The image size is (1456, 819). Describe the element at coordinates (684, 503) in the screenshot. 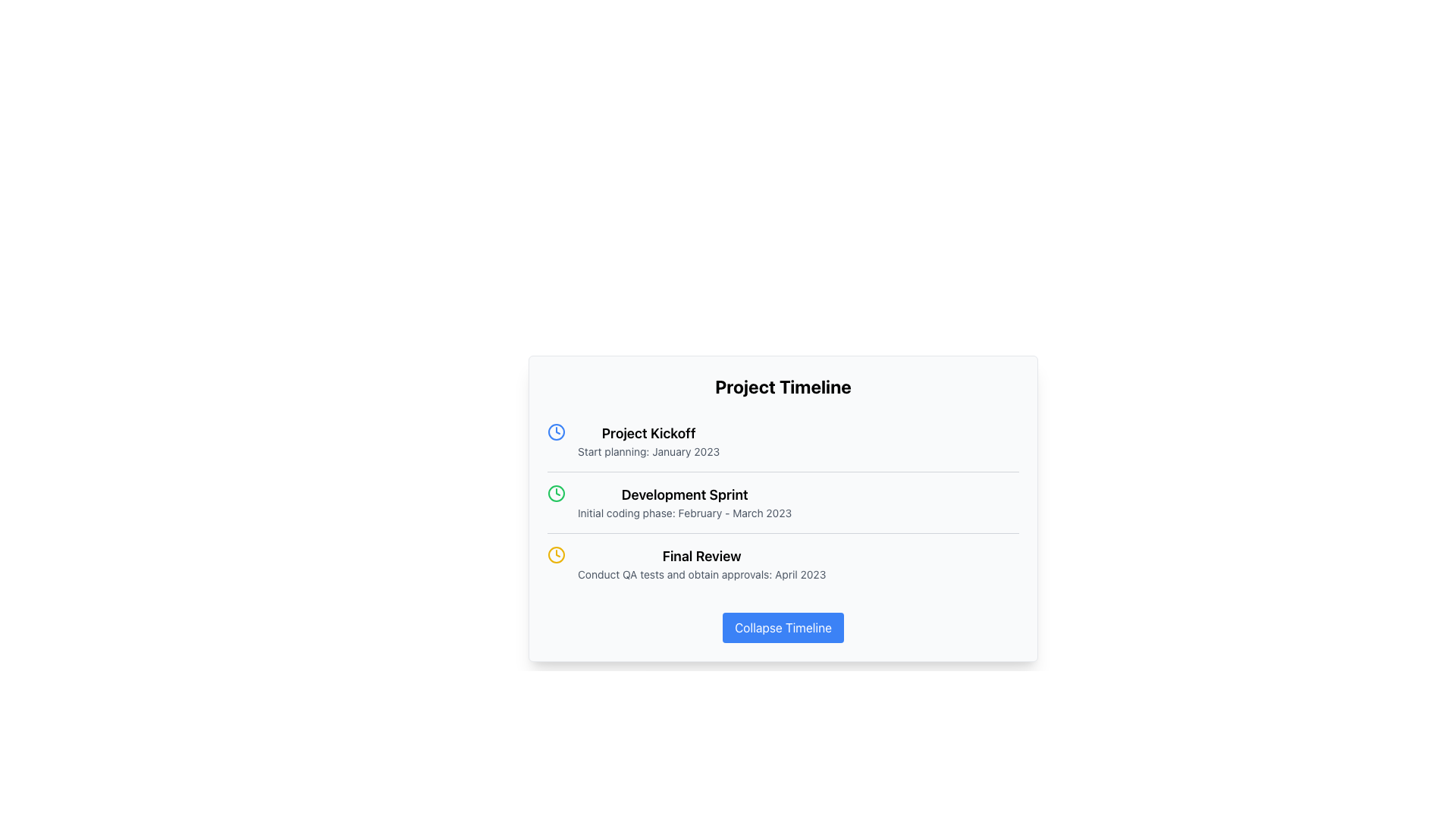

I see `text displayed in the 'Development Sprint' title and its subtitle 'Initial coding phase: February - March 2023' which is the second item in the vertical timeline layout` at that location.